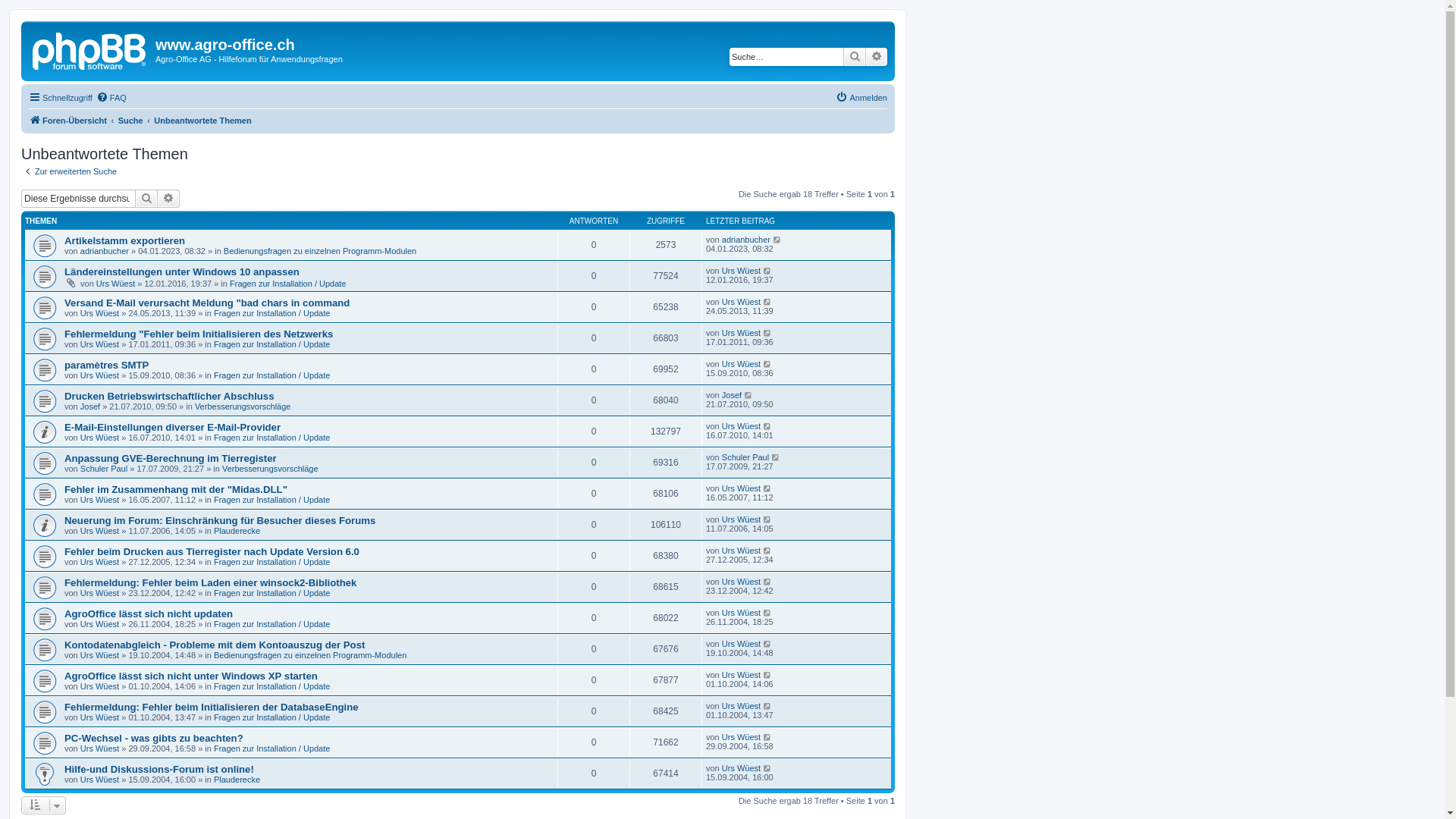 The height and width of the screenshot is (819, 1456). Describe the element at coordinates (767, 332) in the screenshot. I see `'Gehe zum letzten Beitrag'` at that location.